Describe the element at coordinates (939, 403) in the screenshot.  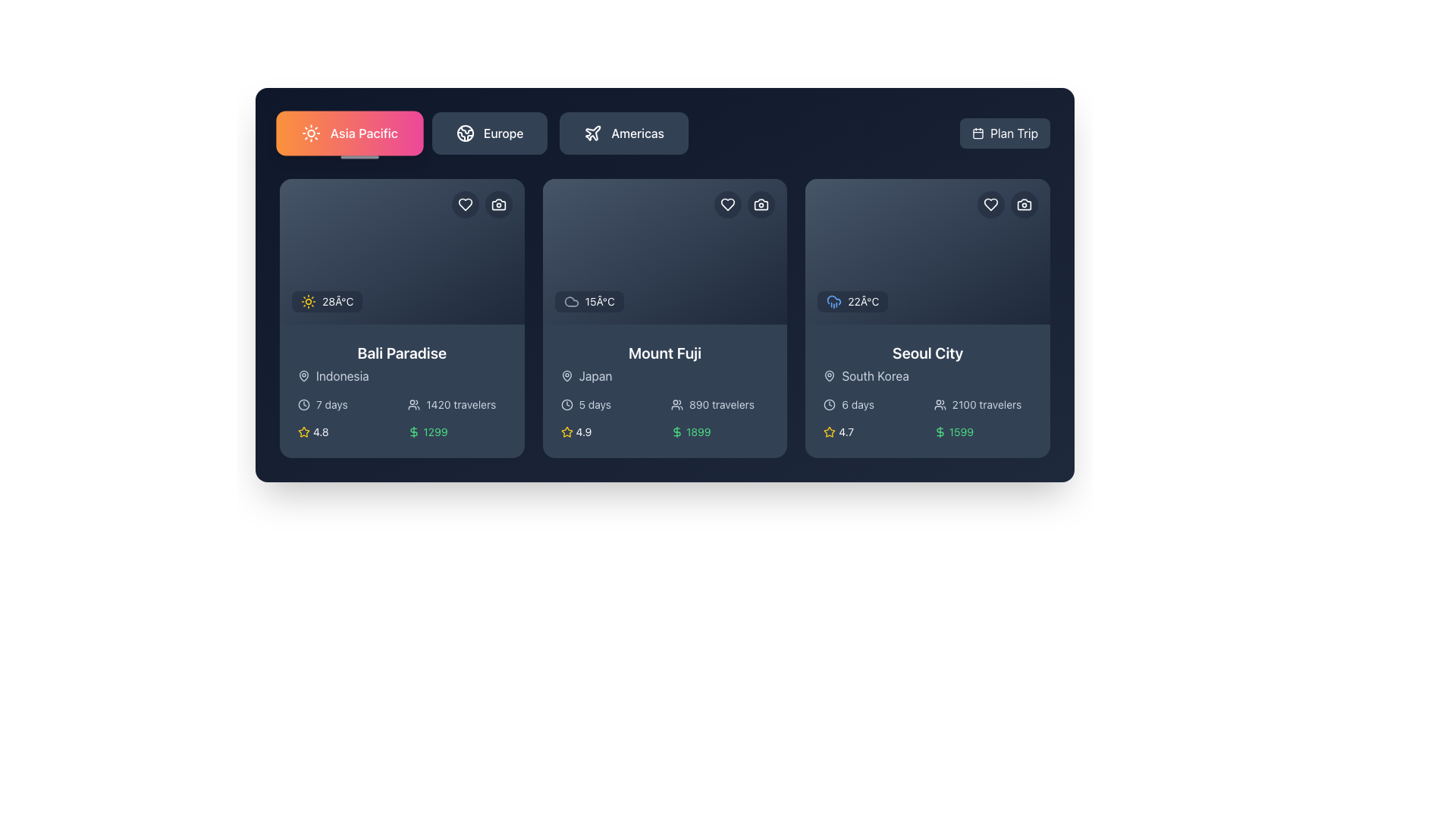
I see `the user group icon, which is a monochromatic SVG graphic depicting three individuals, located before the '2100 travelers' text in the Seoul City card` at that location.